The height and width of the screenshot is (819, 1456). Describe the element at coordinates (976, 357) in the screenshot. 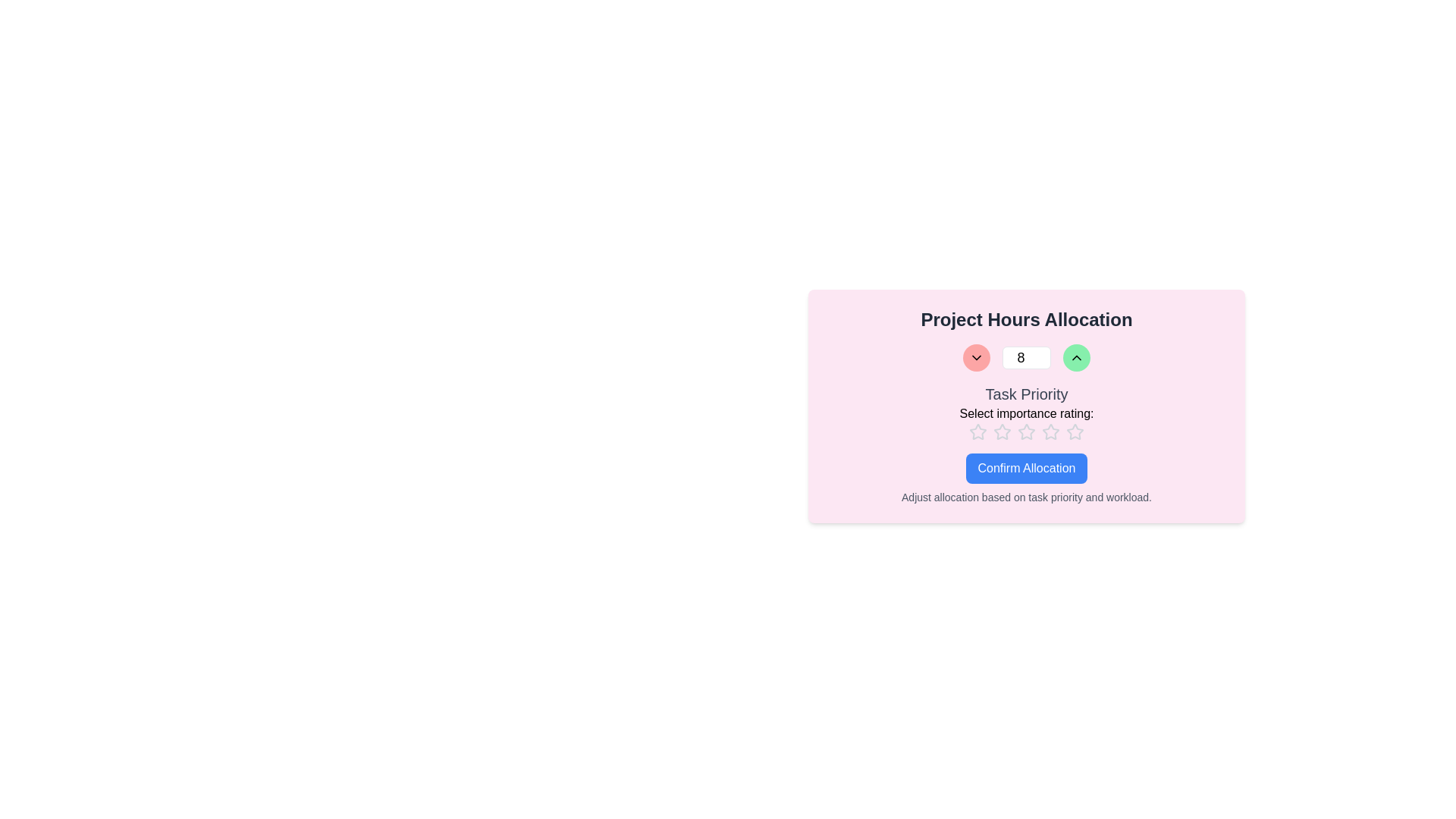

I see `the circular red button with a downward chevron icon, located in the control strip labeled 'Project Hours Allocation'` at that location.